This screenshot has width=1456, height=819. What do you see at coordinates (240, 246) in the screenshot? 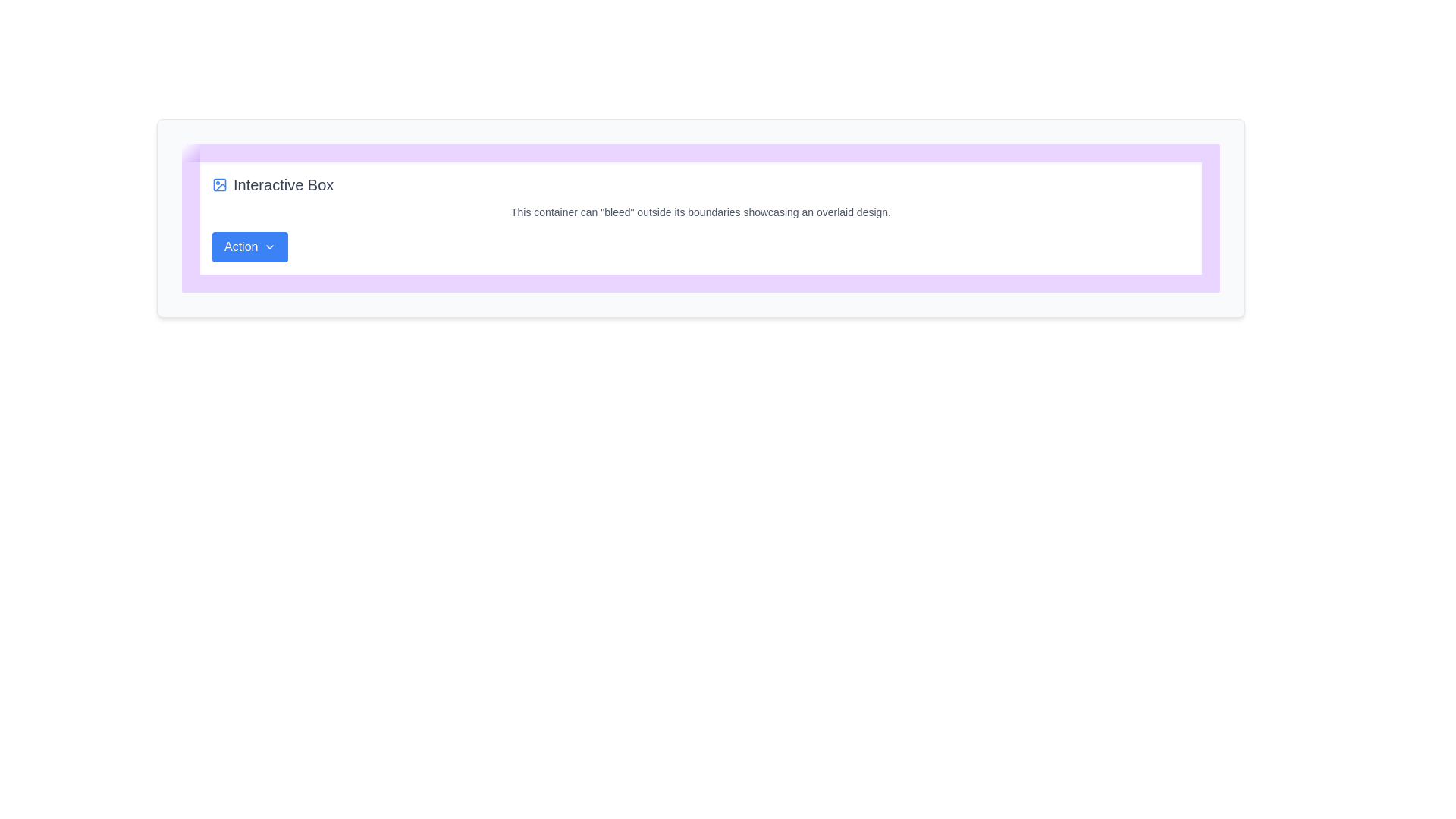
I see `the text label 'Action' within the interactive button that has a blue background and white text, positioned in the 'Interactive Box'` at bounding box center [240, 246].